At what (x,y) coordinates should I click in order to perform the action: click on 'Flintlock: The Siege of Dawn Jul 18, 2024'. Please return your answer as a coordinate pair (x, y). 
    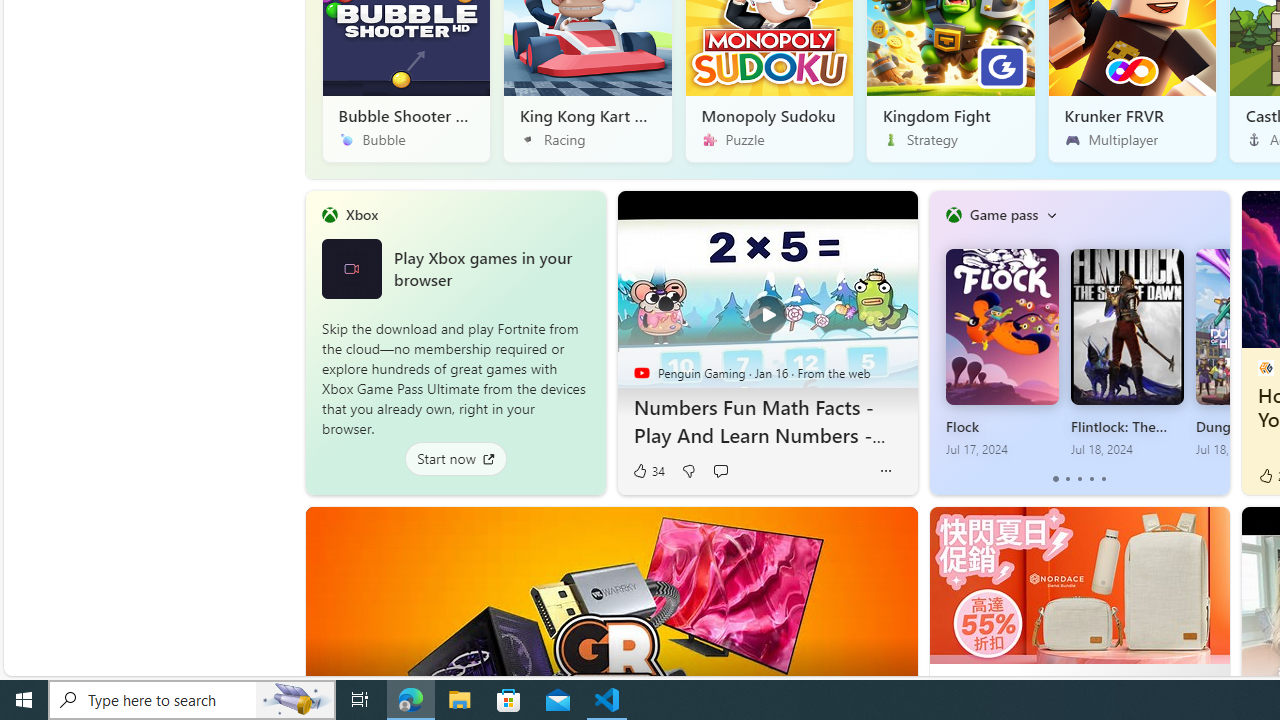
    Looking at the image, I should click on (1127, 352).